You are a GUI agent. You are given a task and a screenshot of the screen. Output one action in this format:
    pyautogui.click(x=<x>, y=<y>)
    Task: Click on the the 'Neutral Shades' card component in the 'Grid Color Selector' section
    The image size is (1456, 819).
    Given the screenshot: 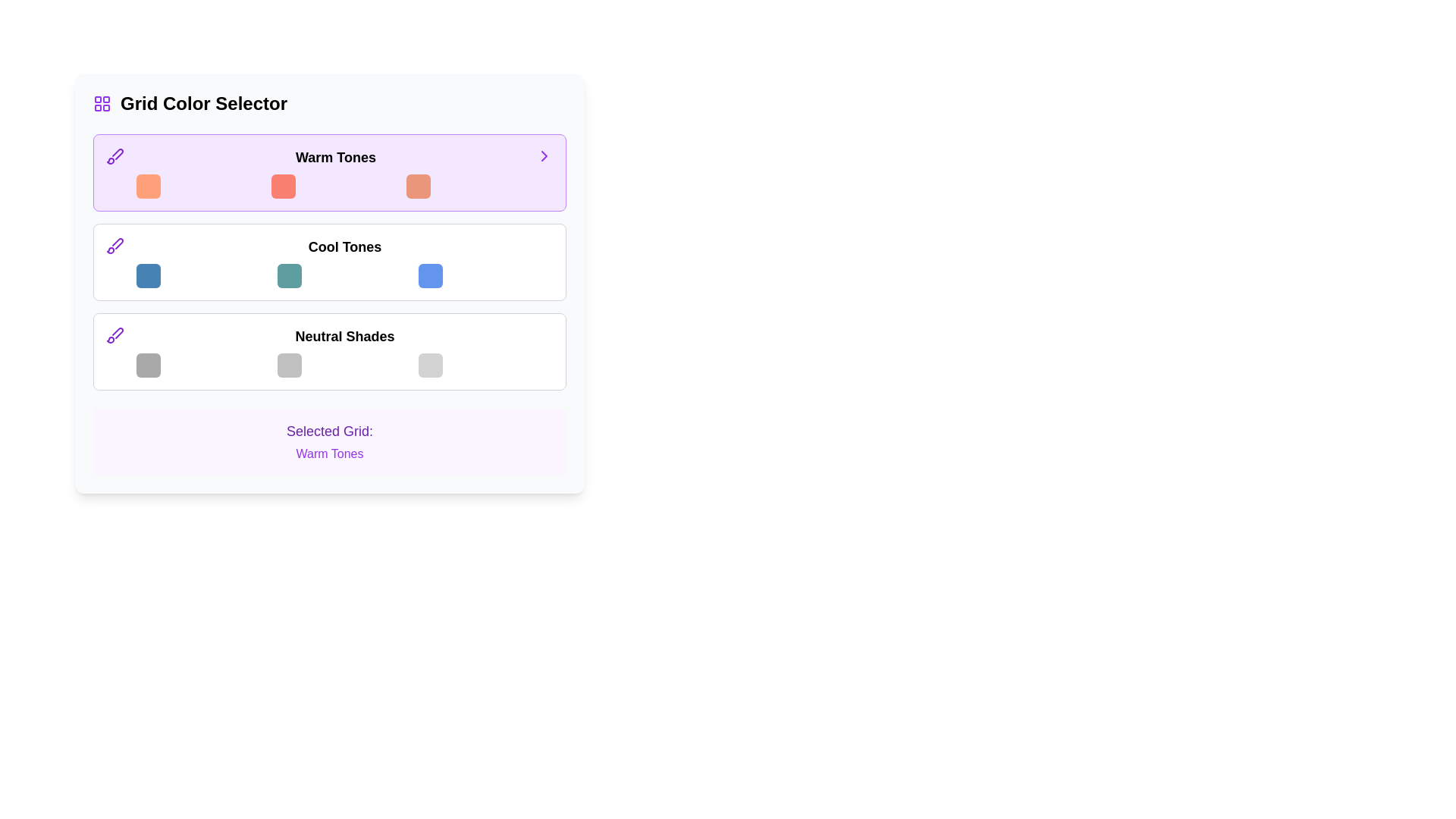 What is the action you would take?
    pyautogui.click(x=329, y=351)
    